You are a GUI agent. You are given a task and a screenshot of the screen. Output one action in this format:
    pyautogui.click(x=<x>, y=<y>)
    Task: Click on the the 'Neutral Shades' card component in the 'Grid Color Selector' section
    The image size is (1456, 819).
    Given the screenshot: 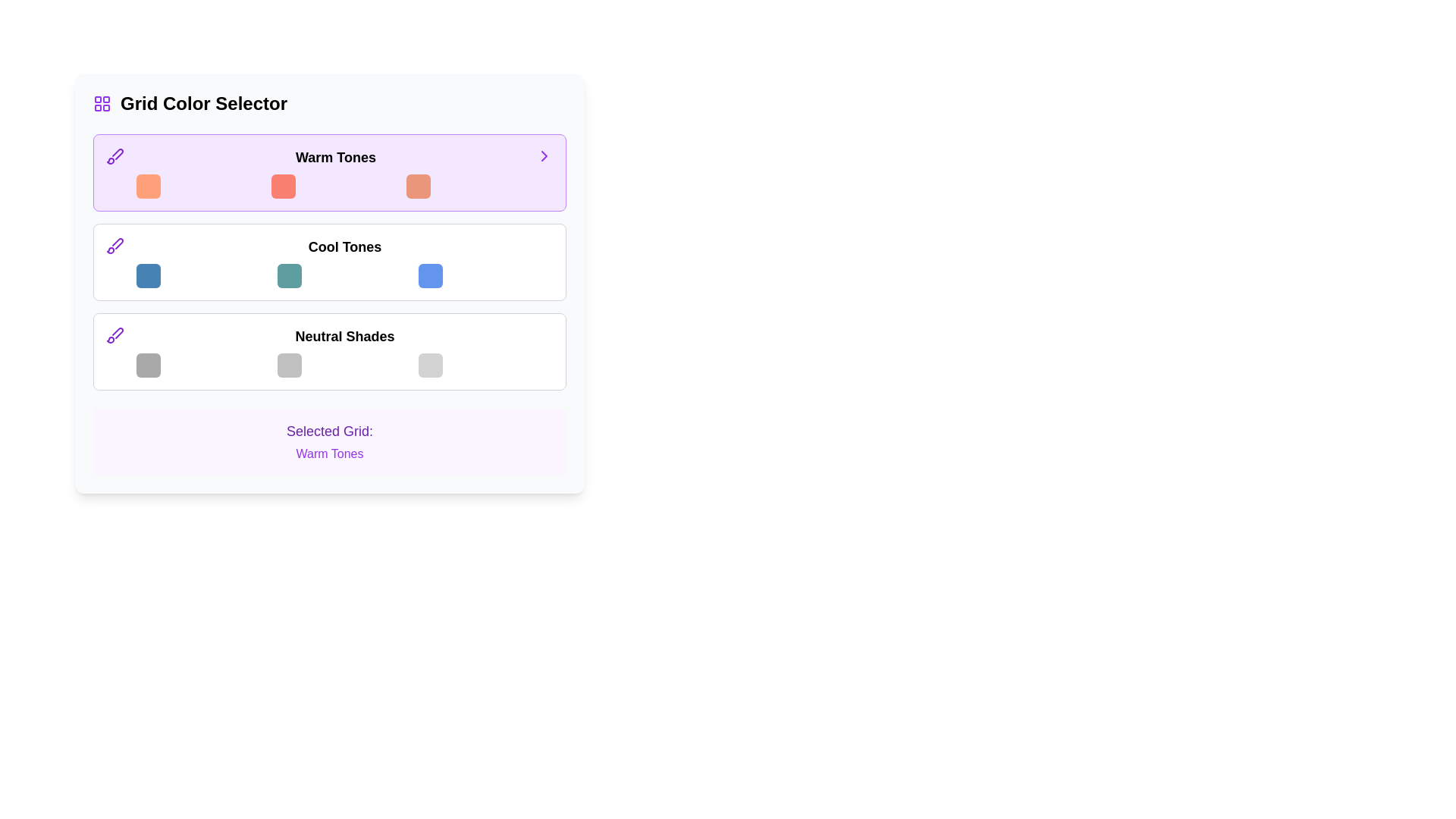 What is the action you would take?
    pyautogui.click(x=329, y=351)
    